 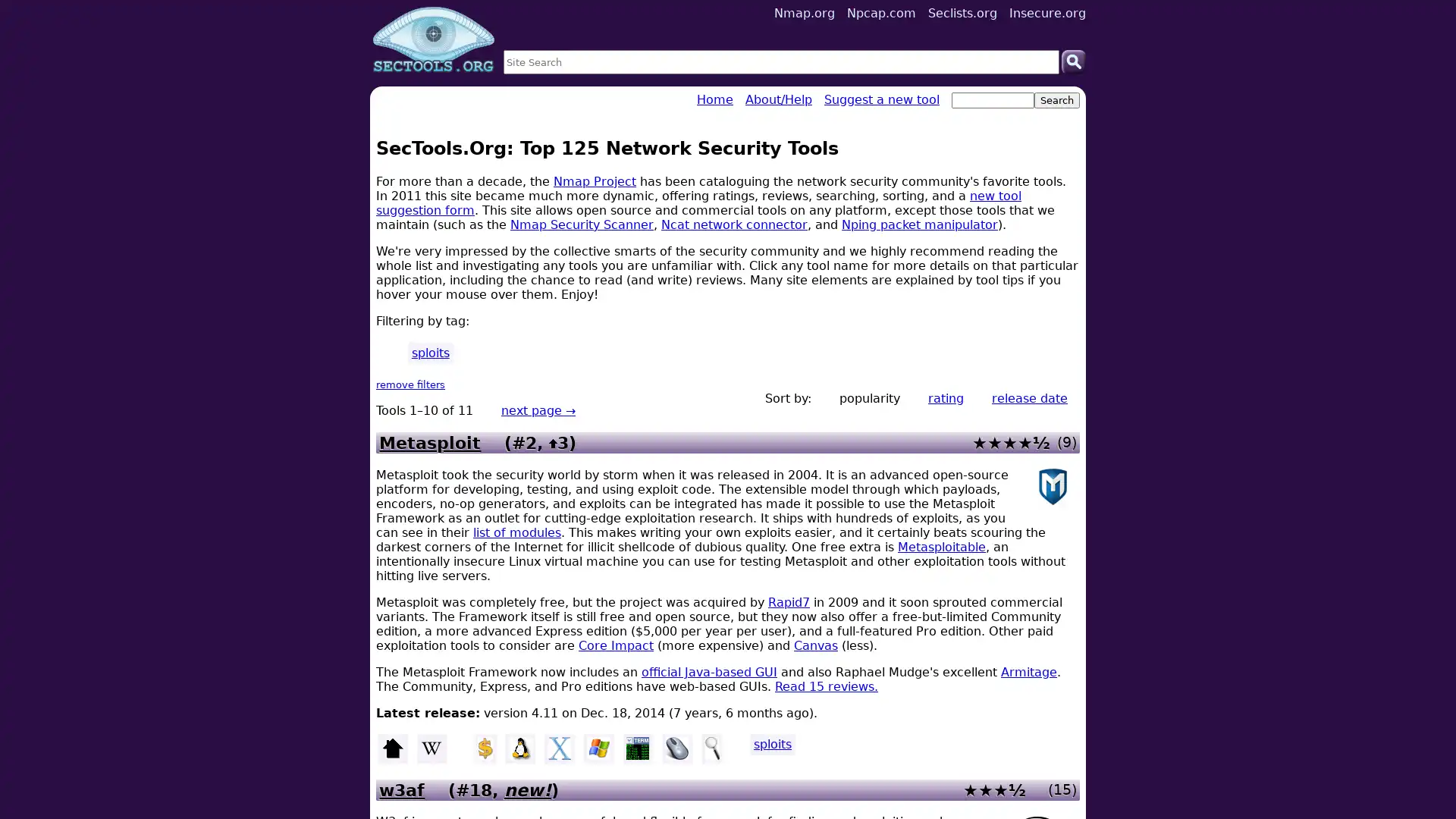 What do you see at coordinates (1056, 100) in the screenshot?
I see `Search` at bounding box center [1056, 100].